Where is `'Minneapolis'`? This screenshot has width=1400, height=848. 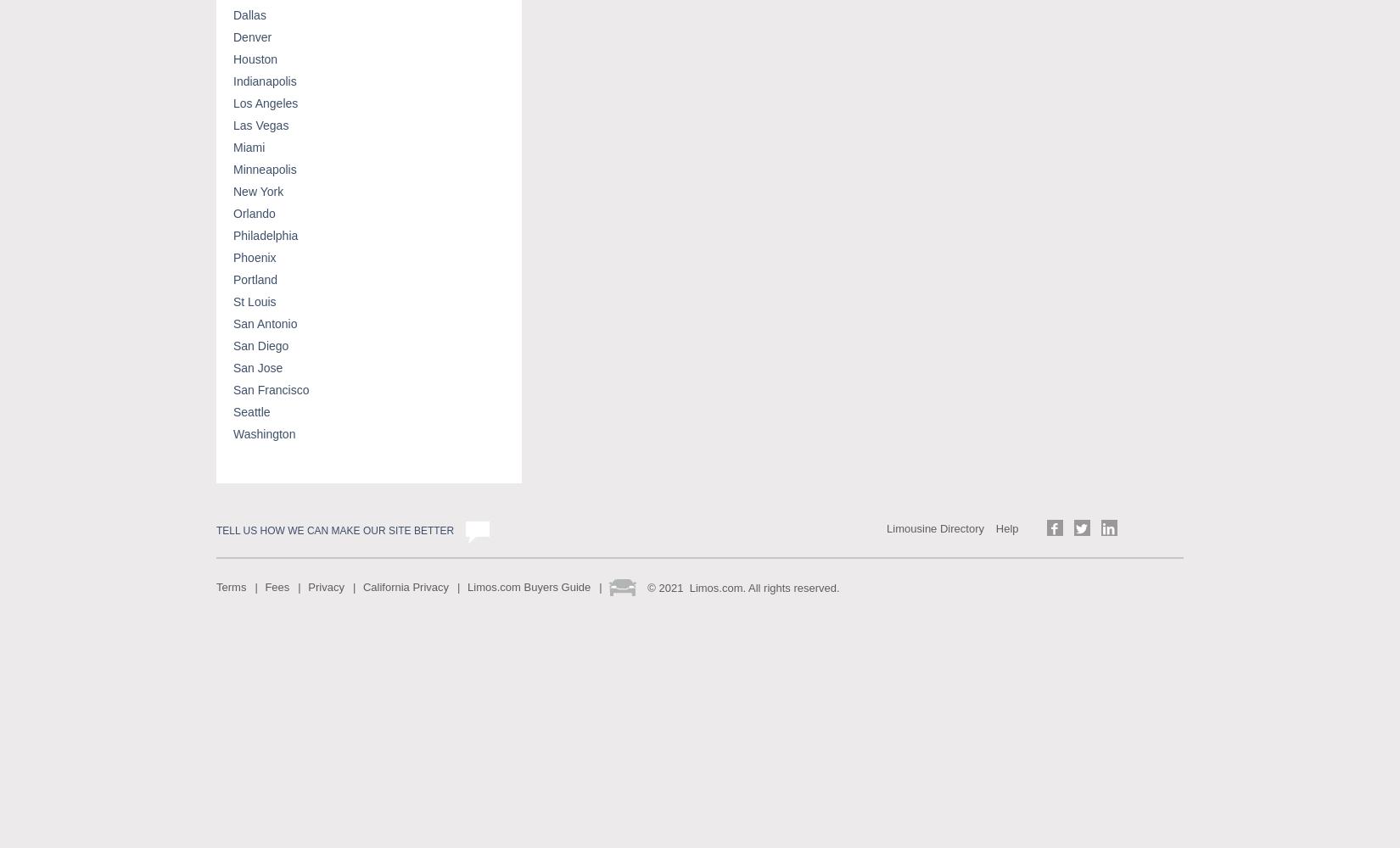
'Minneapolis' is located at coordinates (233, 168).